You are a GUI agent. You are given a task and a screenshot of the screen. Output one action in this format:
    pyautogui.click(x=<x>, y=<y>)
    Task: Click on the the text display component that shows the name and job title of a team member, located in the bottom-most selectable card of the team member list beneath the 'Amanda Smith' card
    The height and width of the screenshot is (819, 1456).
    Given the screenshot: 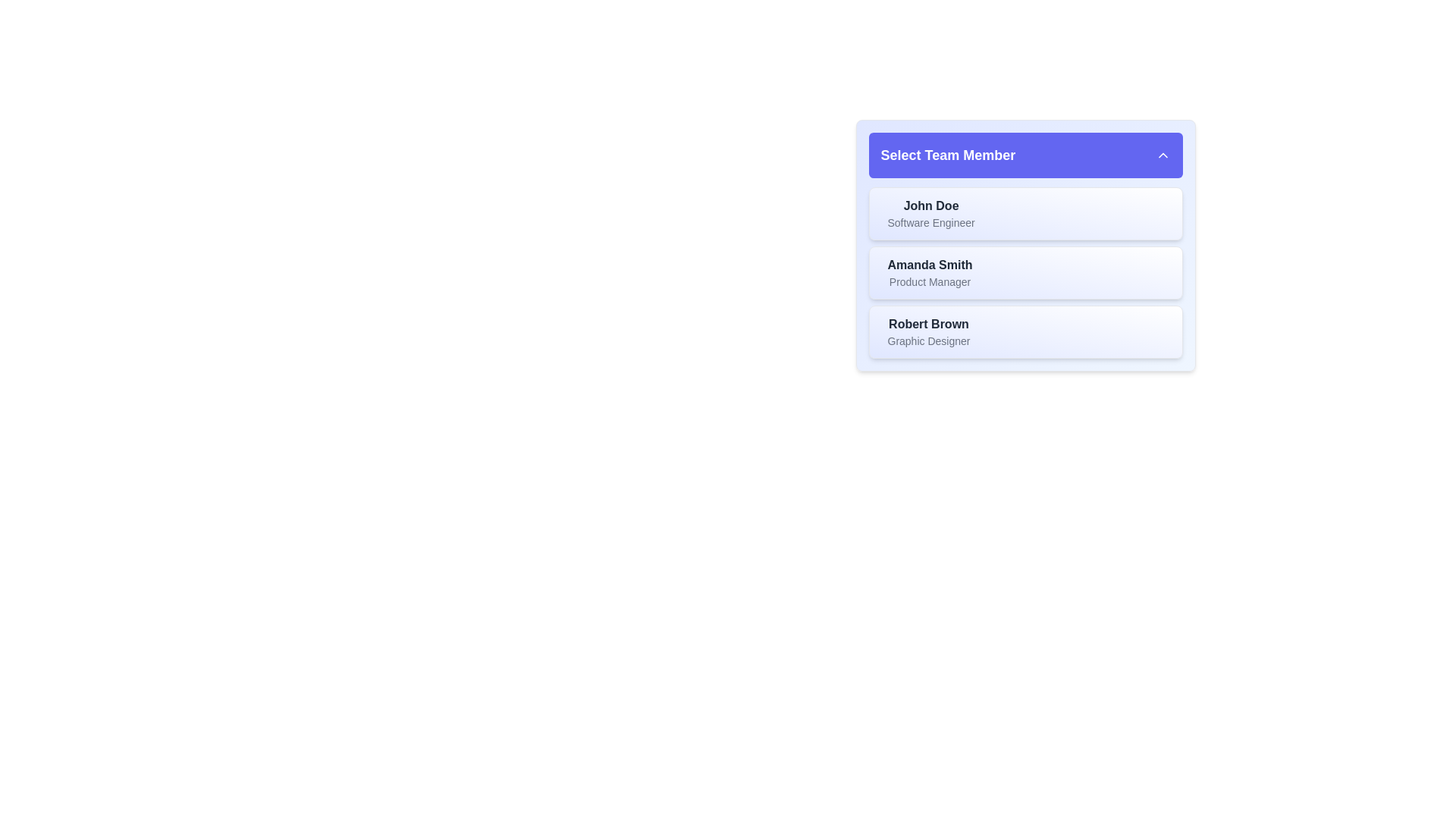 What is the action you would take?
    pyautogui.click(x=927, y=331)
    